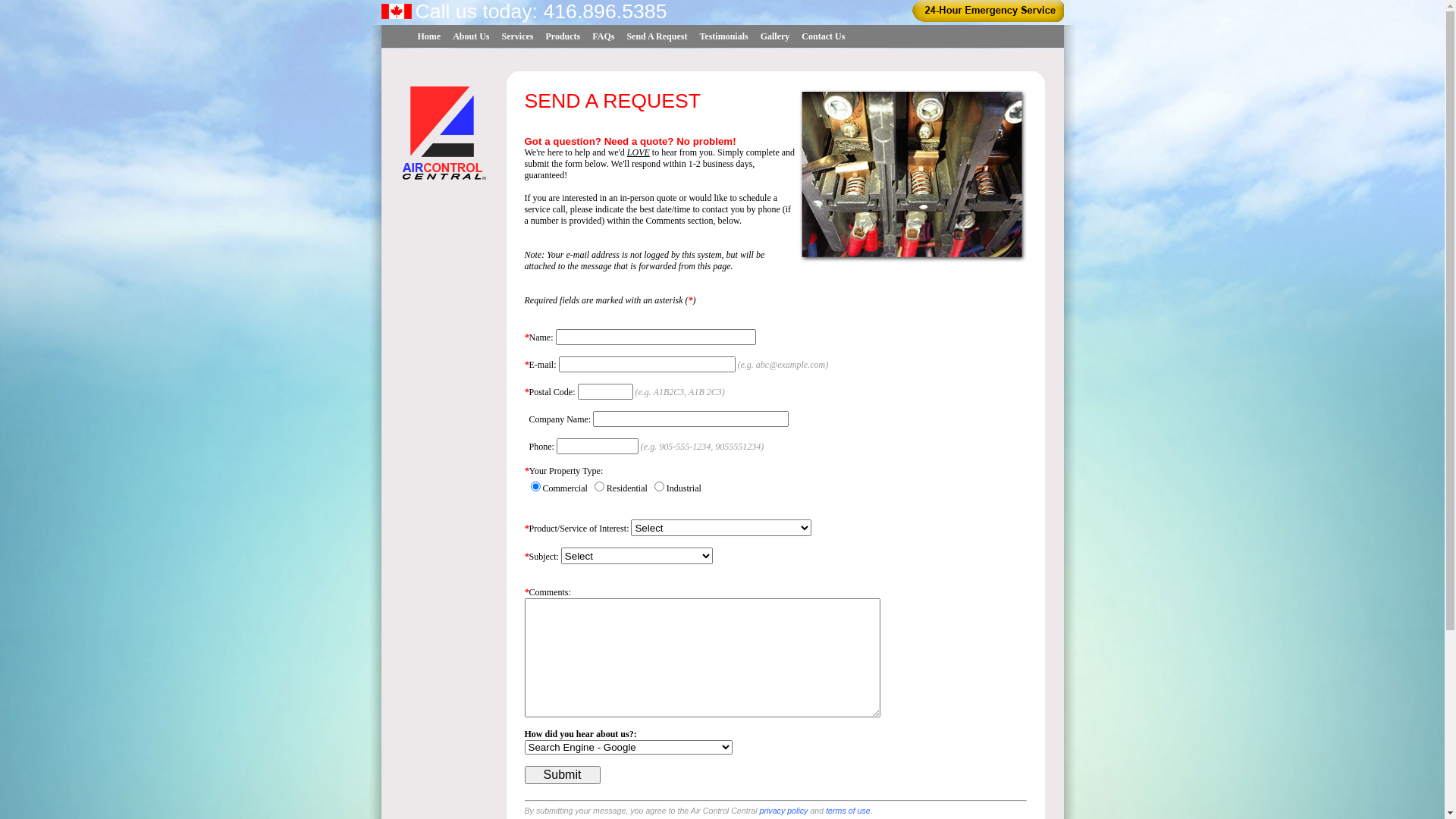  I want to click on 'Send A Request', so click(656, 36).